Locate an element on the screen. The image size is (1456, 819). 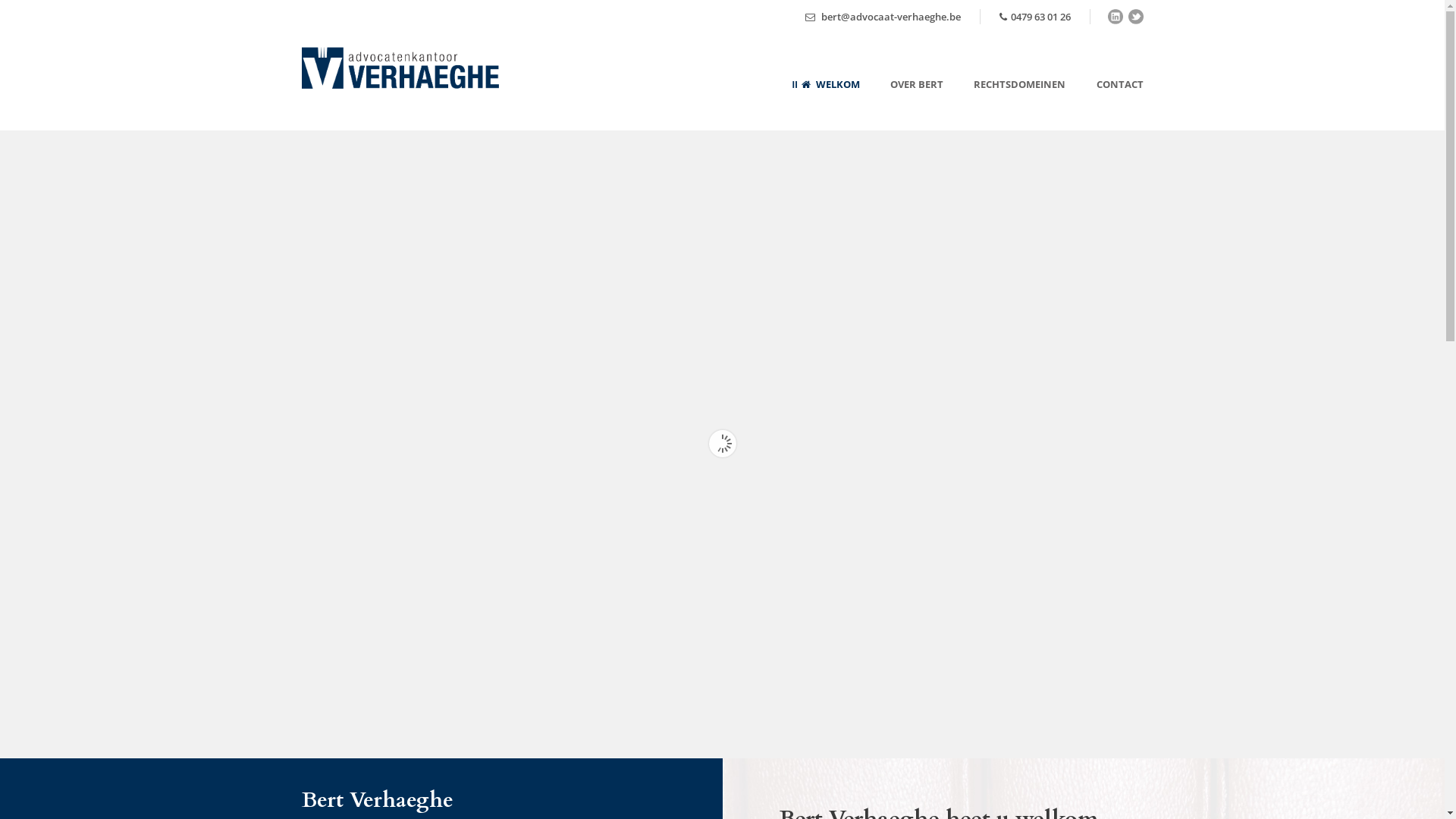
'WELKOM' is located at coordinates (825, 102).